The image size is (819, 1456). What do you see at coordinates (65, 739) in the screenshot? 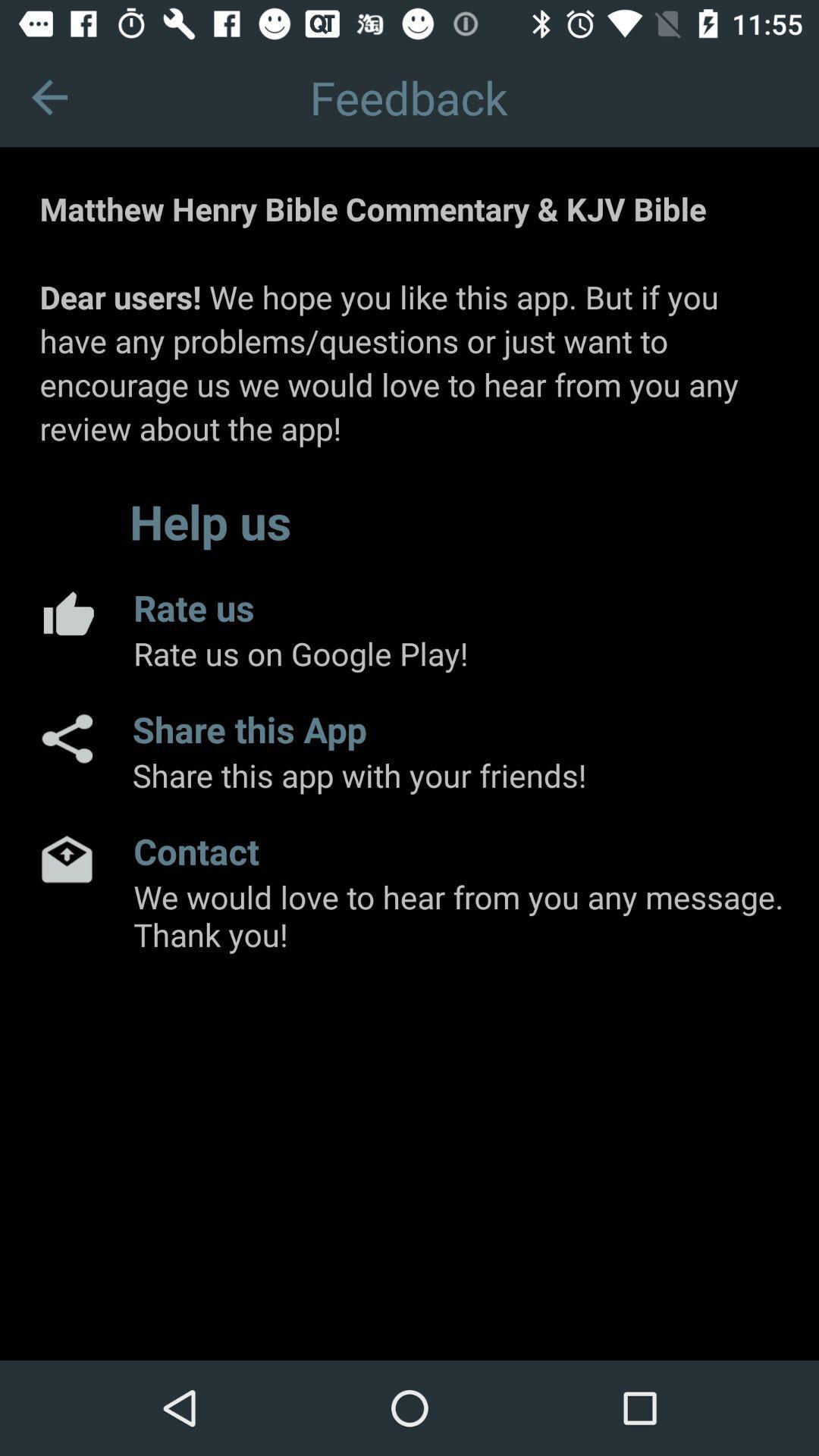
I see `the share icon` at bounding box center [65, 739].